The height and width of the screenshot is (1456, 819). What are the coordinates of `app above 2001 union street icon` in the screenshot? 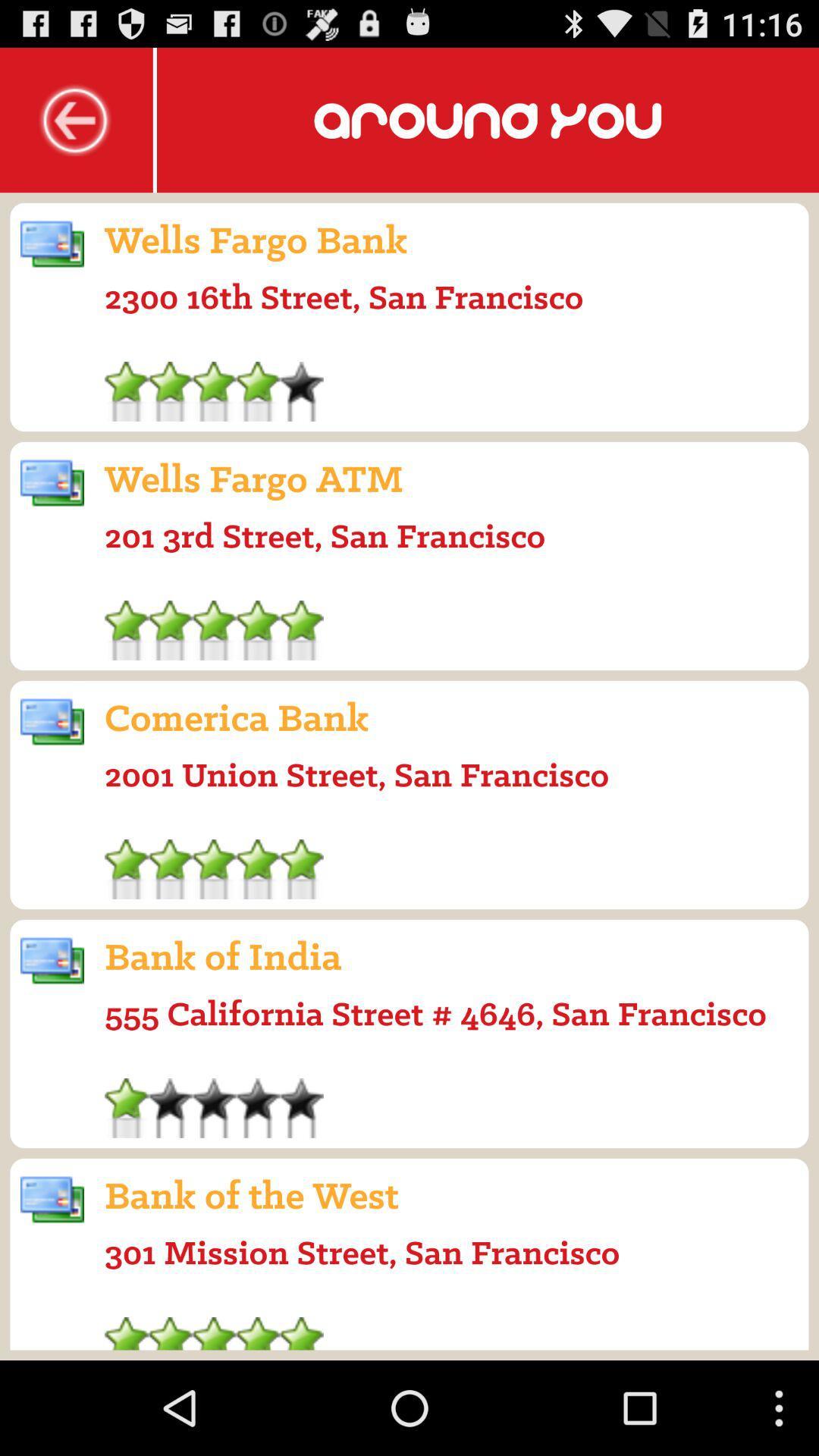 It's located at (237, 716).